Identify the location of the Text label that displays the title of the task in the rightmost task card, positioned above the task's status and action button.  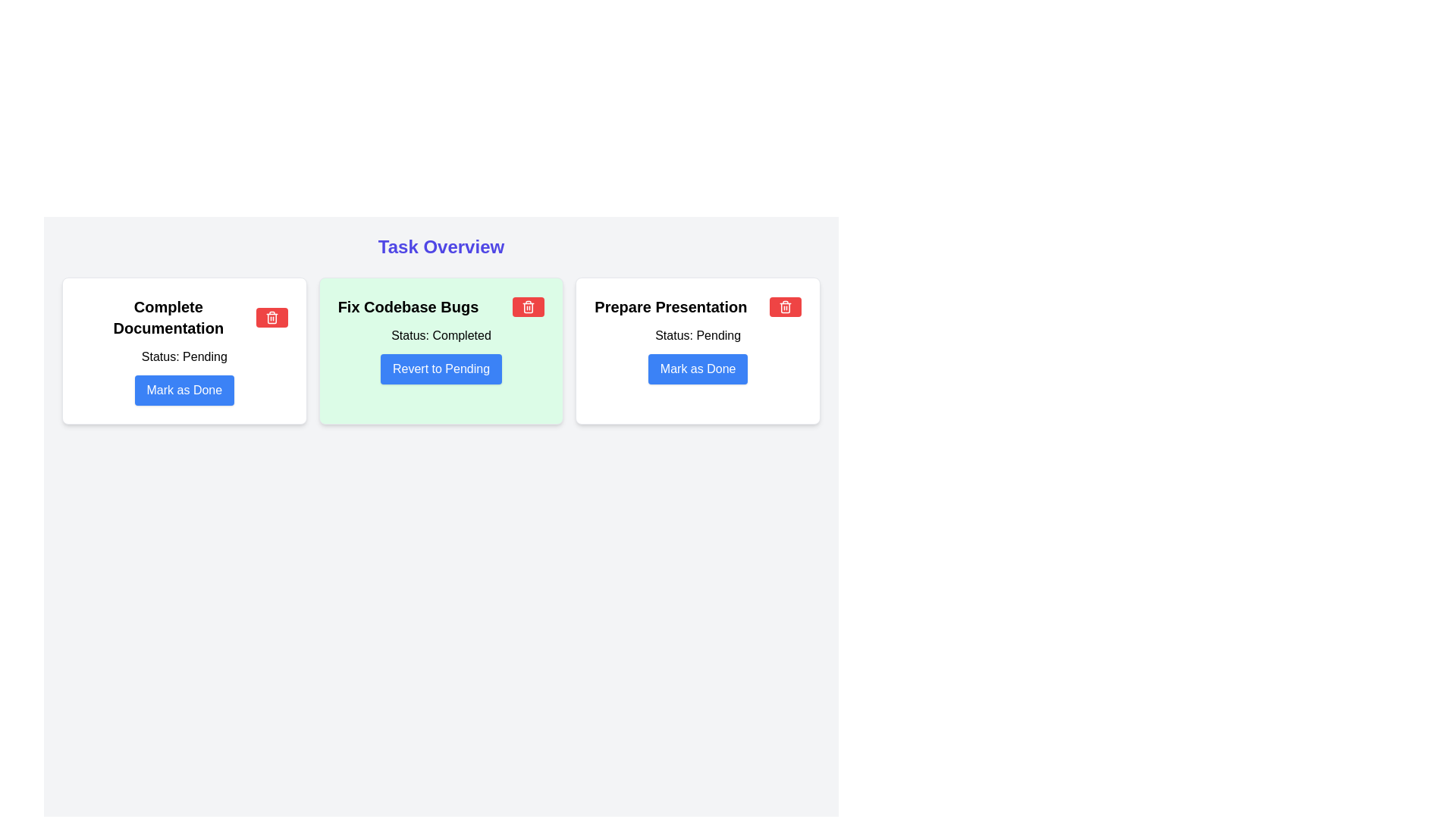
(670, 307).